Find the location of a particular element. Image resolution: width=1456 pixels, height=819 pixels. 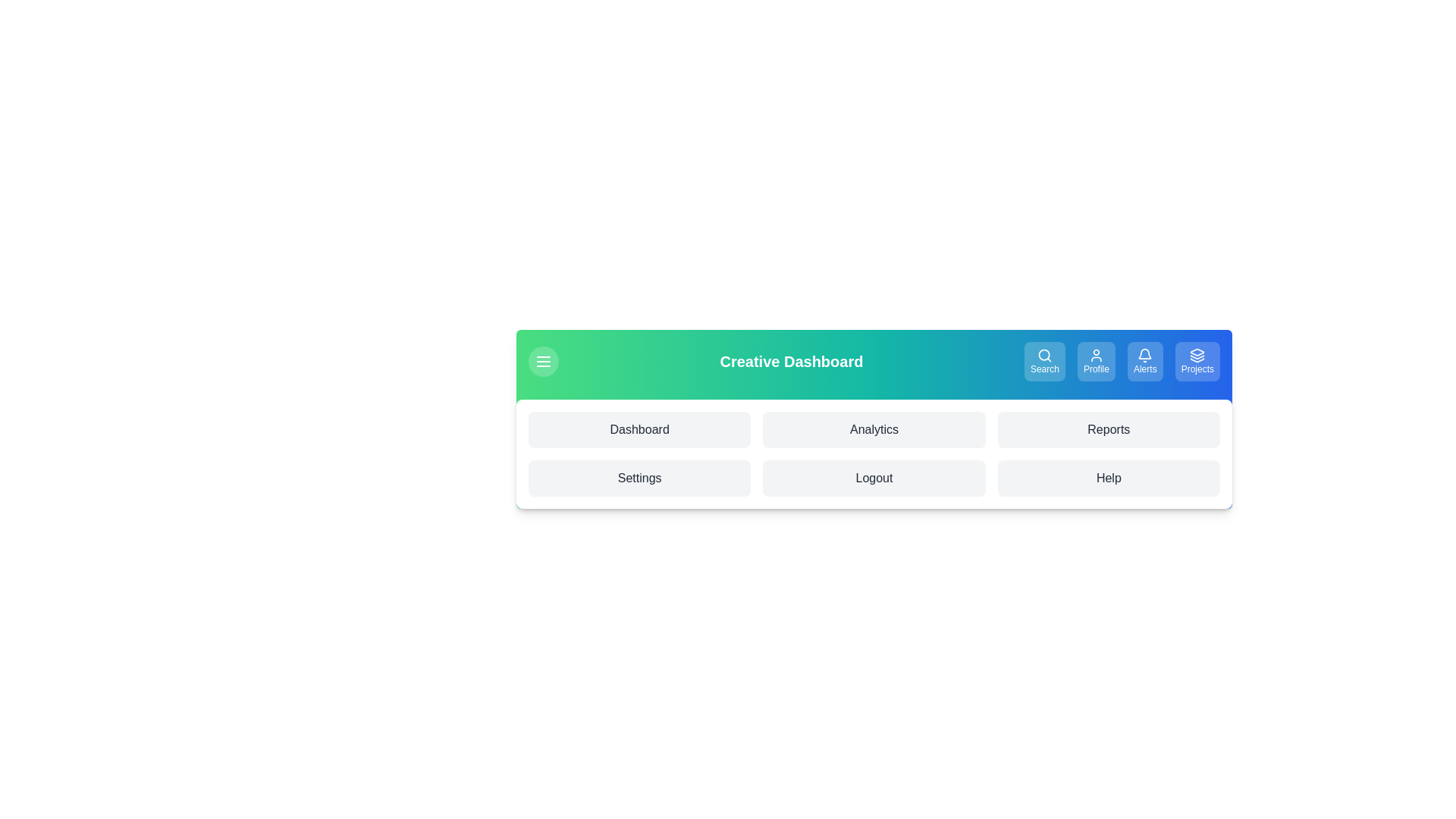

the button labeled Search to view its hover effect is located at coordinates (1043, 362).